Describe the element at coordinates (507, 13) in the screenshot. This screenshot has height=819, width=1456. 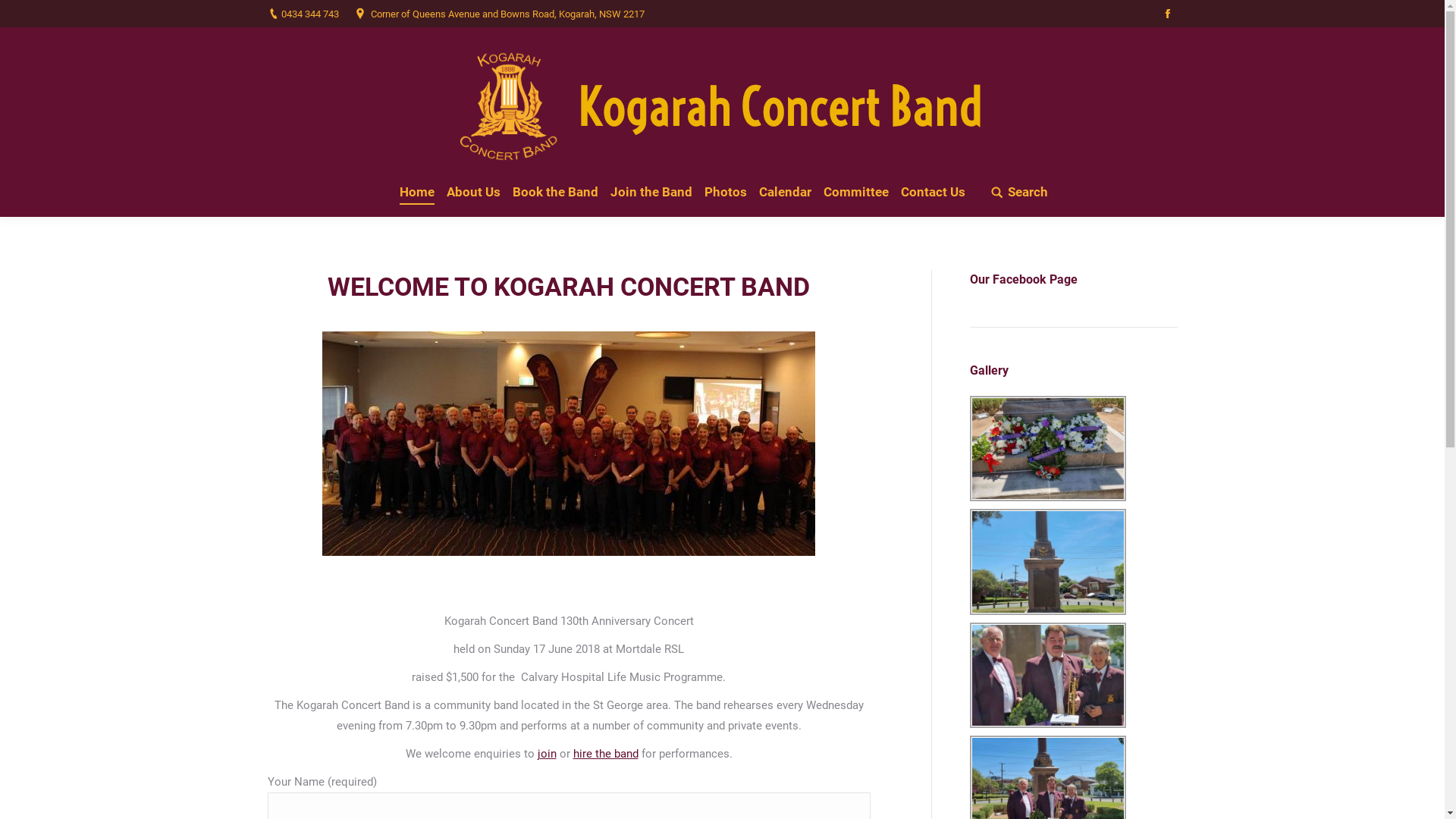
I see `'Corner of Queens Avenue and Bowns Road, Kogarah, NSW 2217'` at that location.